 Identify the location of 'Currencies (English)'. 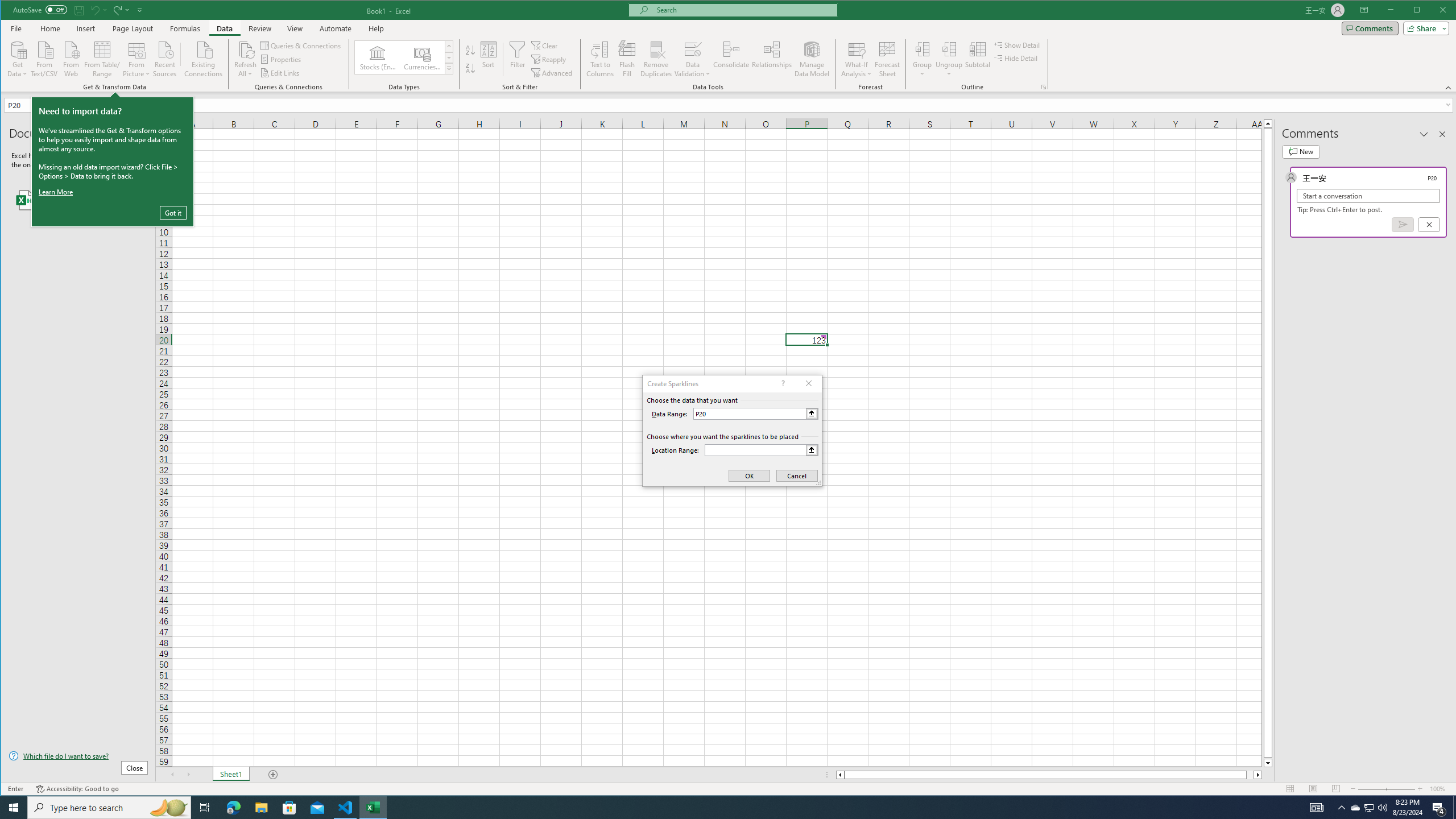
(421, 57).